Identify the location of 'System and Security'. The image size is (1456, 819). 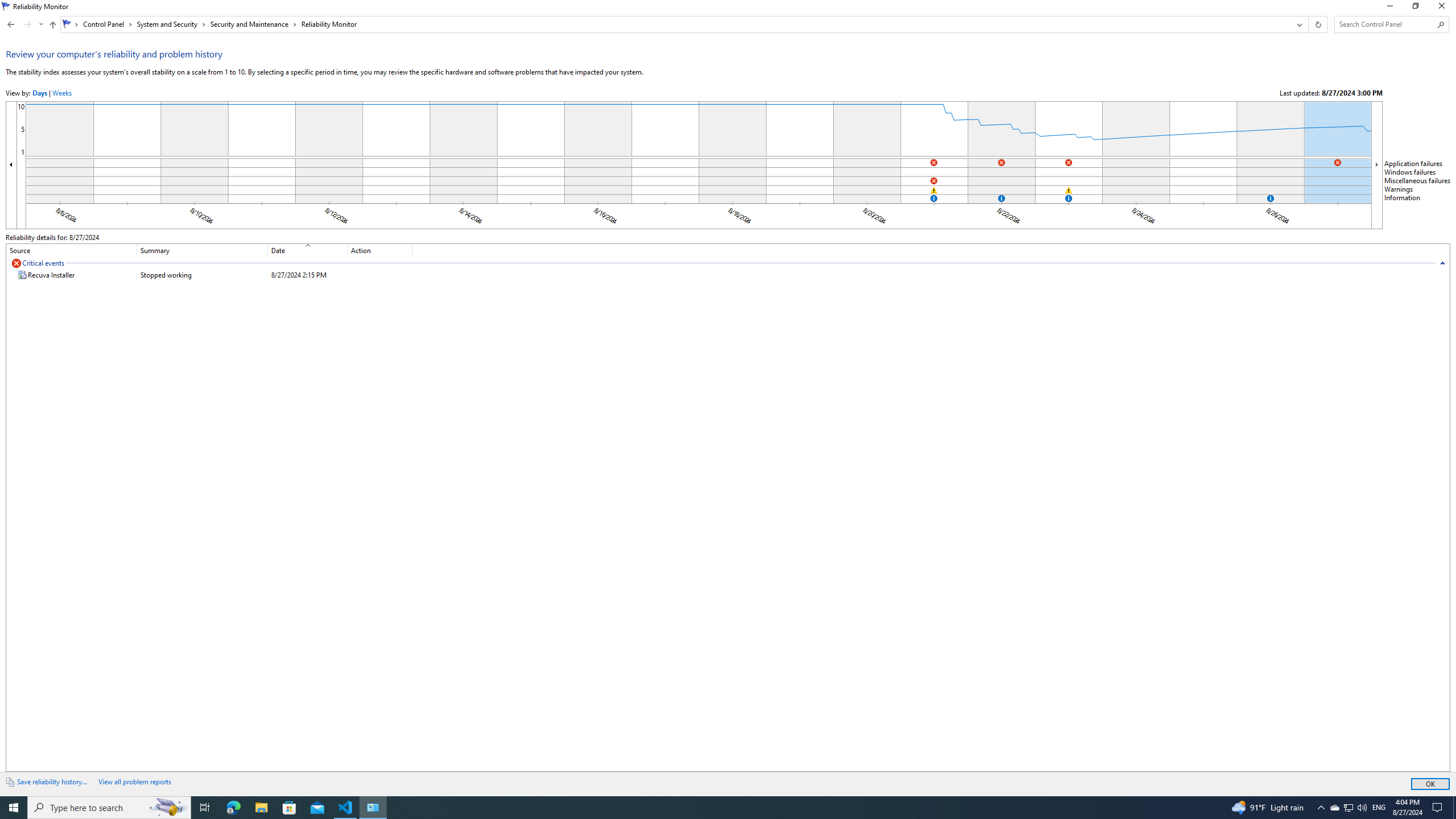
(171, 24).